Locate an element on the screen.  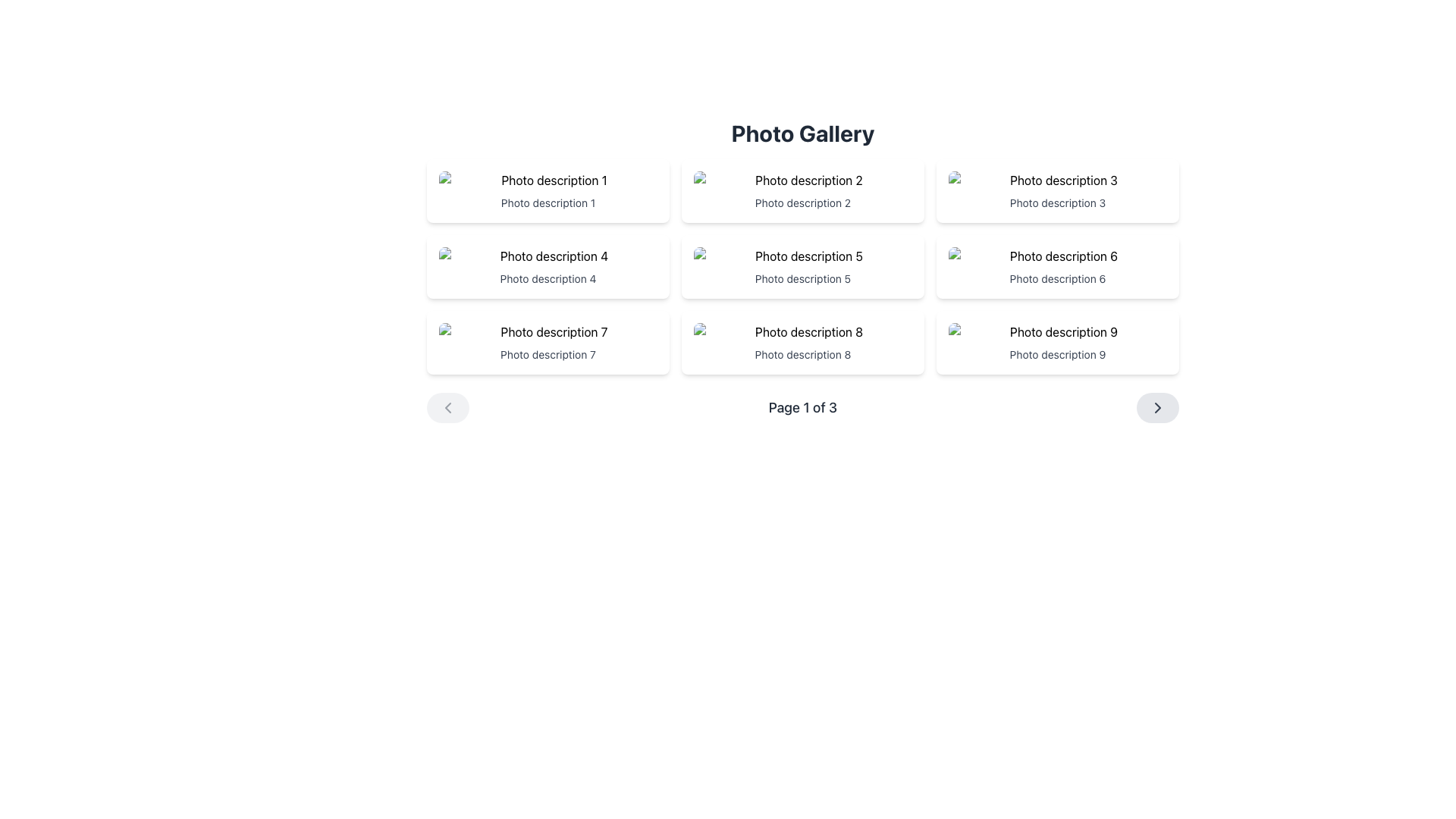
the text label indicating the current page number in the paginated layout is located at coordinates (802, 406).